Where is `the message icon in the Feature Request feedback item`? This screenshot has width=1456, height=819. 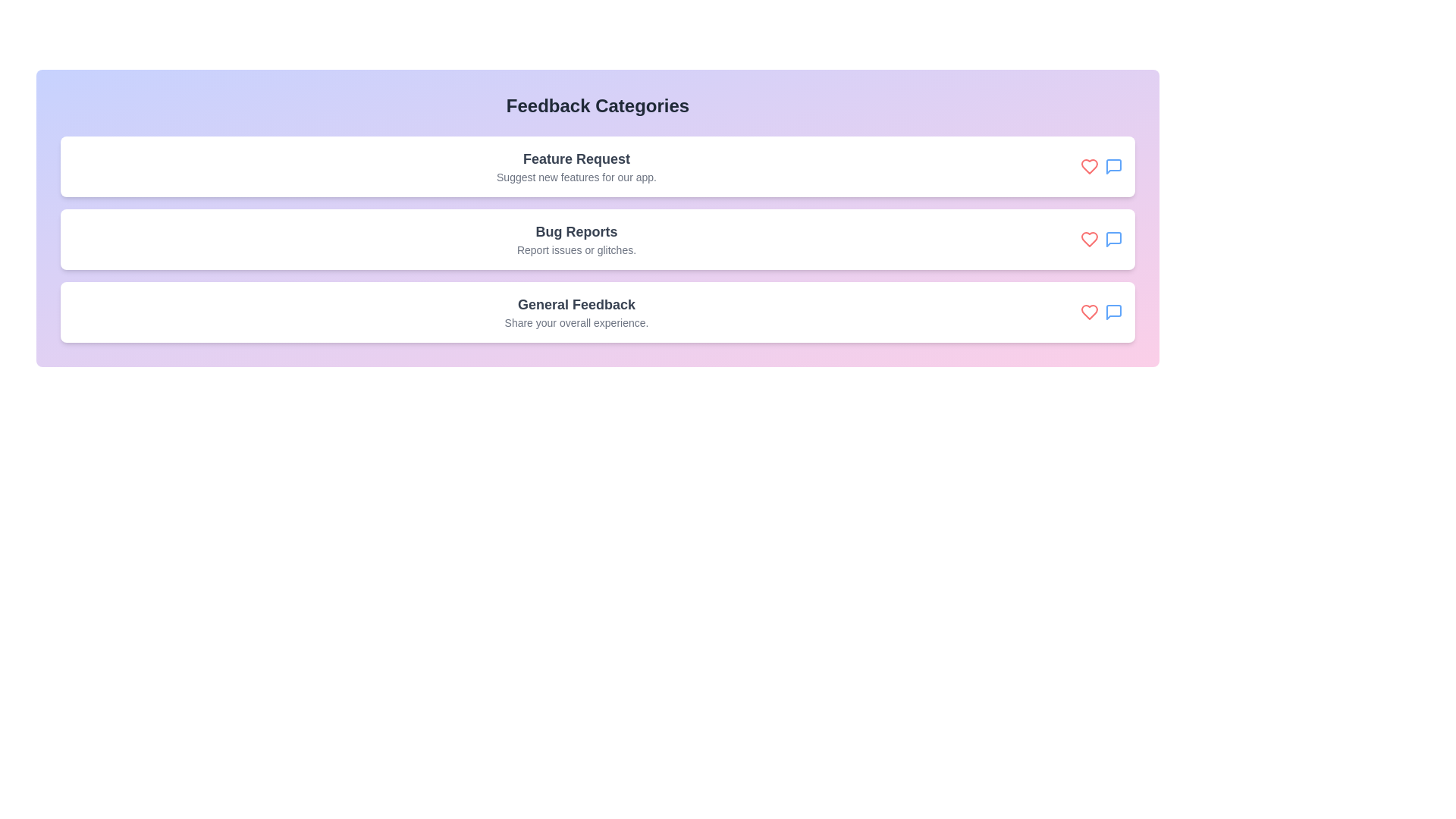 the message icon in the Feature Request feedback item is located at coordinates (1113, 166).